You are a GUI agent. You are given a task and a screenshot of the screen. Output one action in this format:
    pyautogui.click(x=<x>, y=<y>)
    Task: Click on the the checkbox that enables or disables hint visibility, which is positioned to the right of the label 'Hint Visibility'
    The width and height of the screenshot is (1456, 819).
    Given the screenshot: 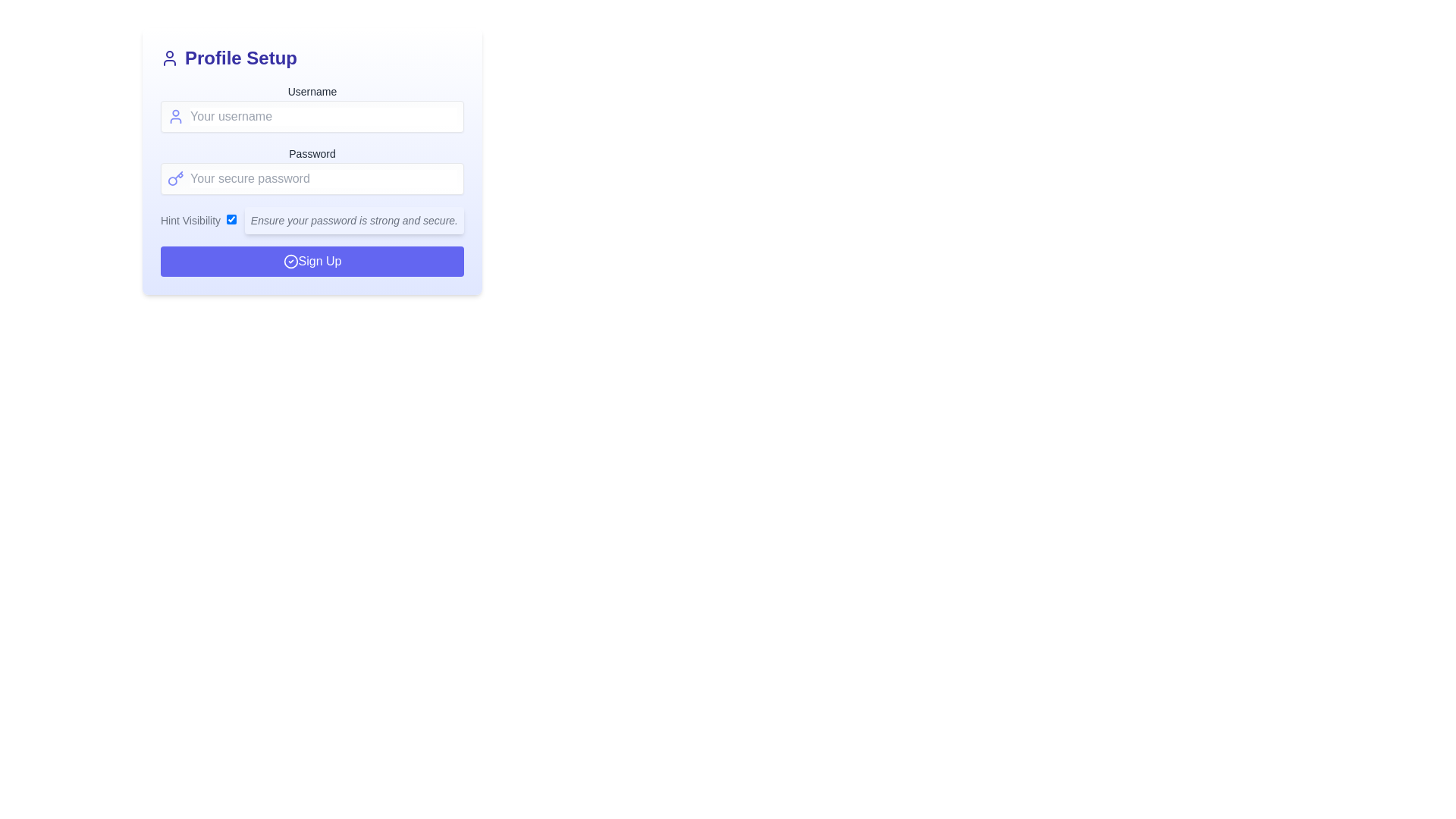 What is the action you would take?
    pyautogui.click(x=231, y=219)
    